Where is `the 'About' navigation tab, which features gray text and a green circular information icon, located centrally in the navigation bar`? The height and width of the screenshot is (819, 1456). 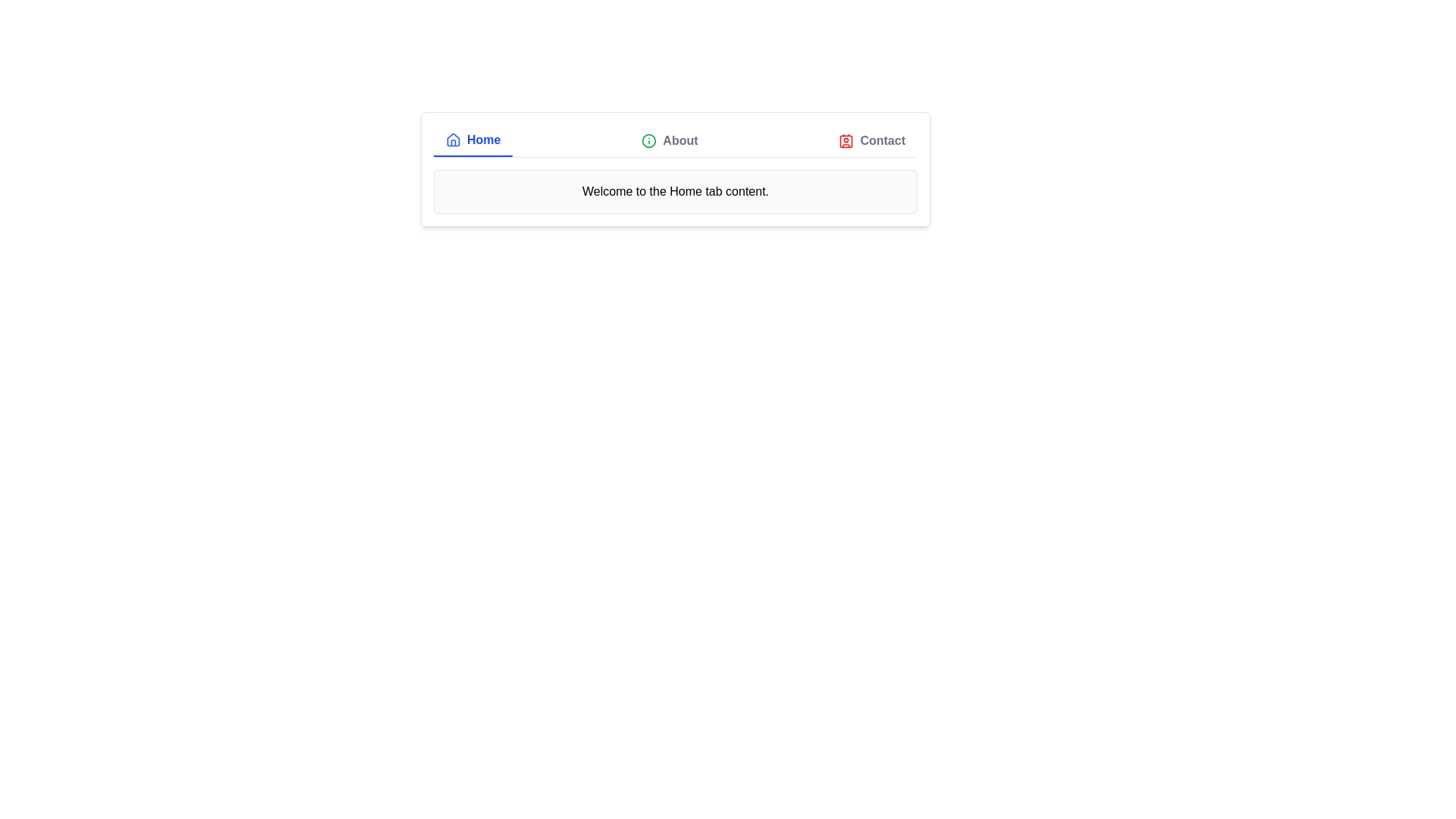 the 'About' navigation tab, which features gray text and a green circular information icon, located centrally in the navigation bar is located at coordinates (669, 140).